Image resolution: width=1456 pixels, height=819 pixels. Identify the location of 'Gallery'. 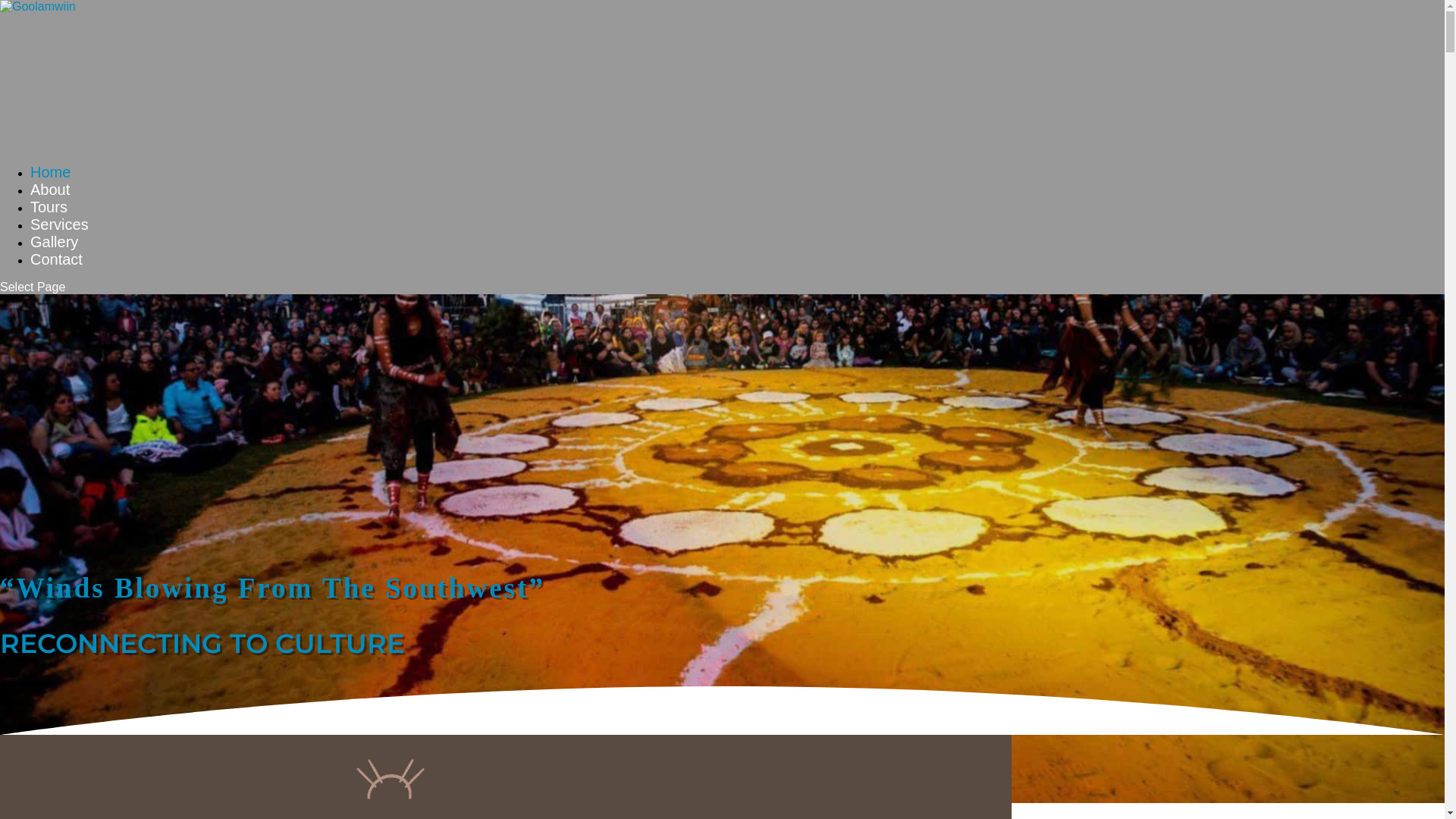
(30, 254).